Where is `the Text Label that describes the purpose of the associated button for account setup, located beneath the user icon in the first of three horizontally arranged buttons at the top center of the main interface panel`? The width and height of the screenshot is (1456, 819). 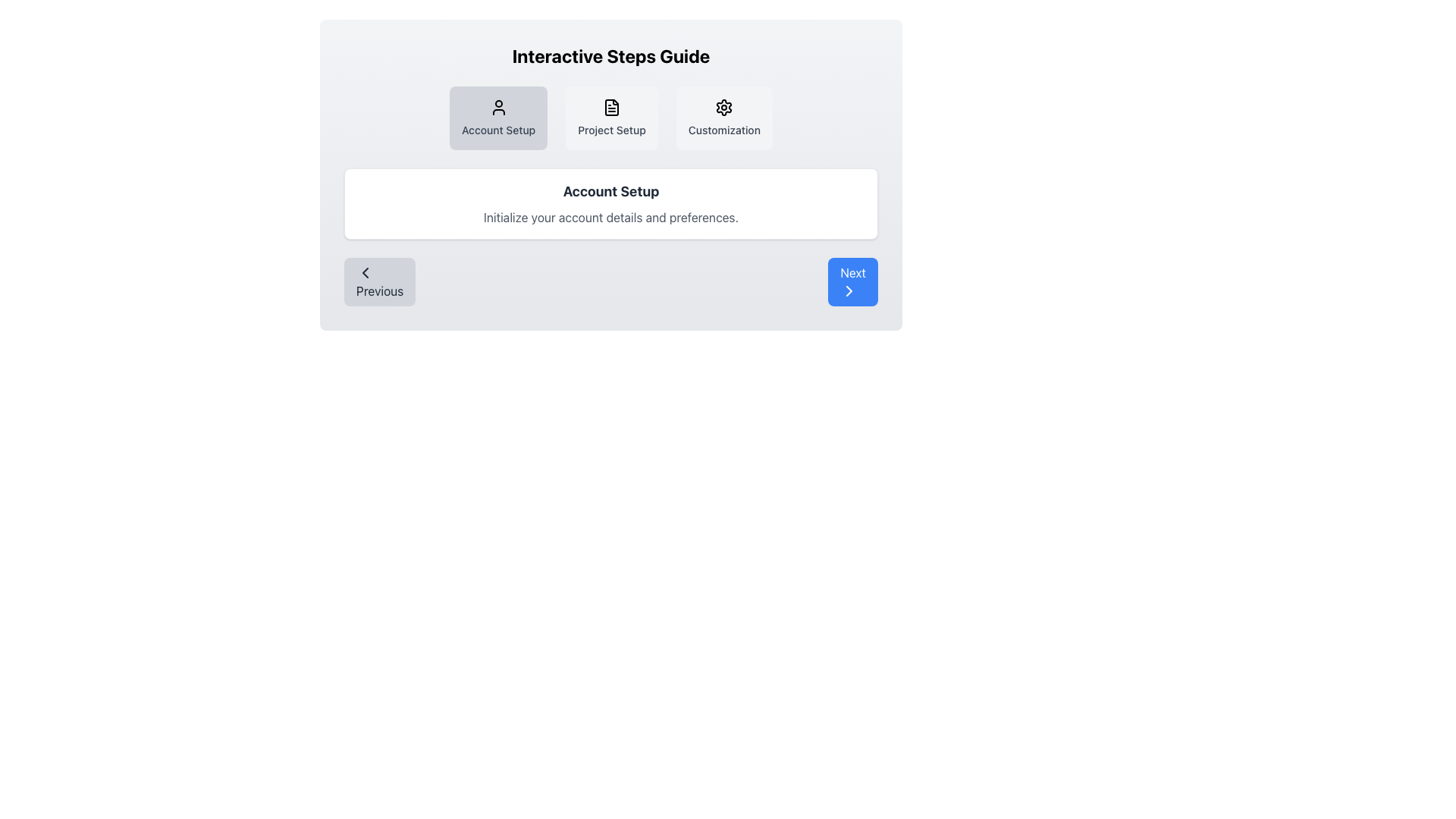 the Text Label that describes the purpose of the associated button for account setup, located beneath the user icon in the first of three horizontally arranged buttons at the top center of the main interface panel is located at coordinates (498, 130).